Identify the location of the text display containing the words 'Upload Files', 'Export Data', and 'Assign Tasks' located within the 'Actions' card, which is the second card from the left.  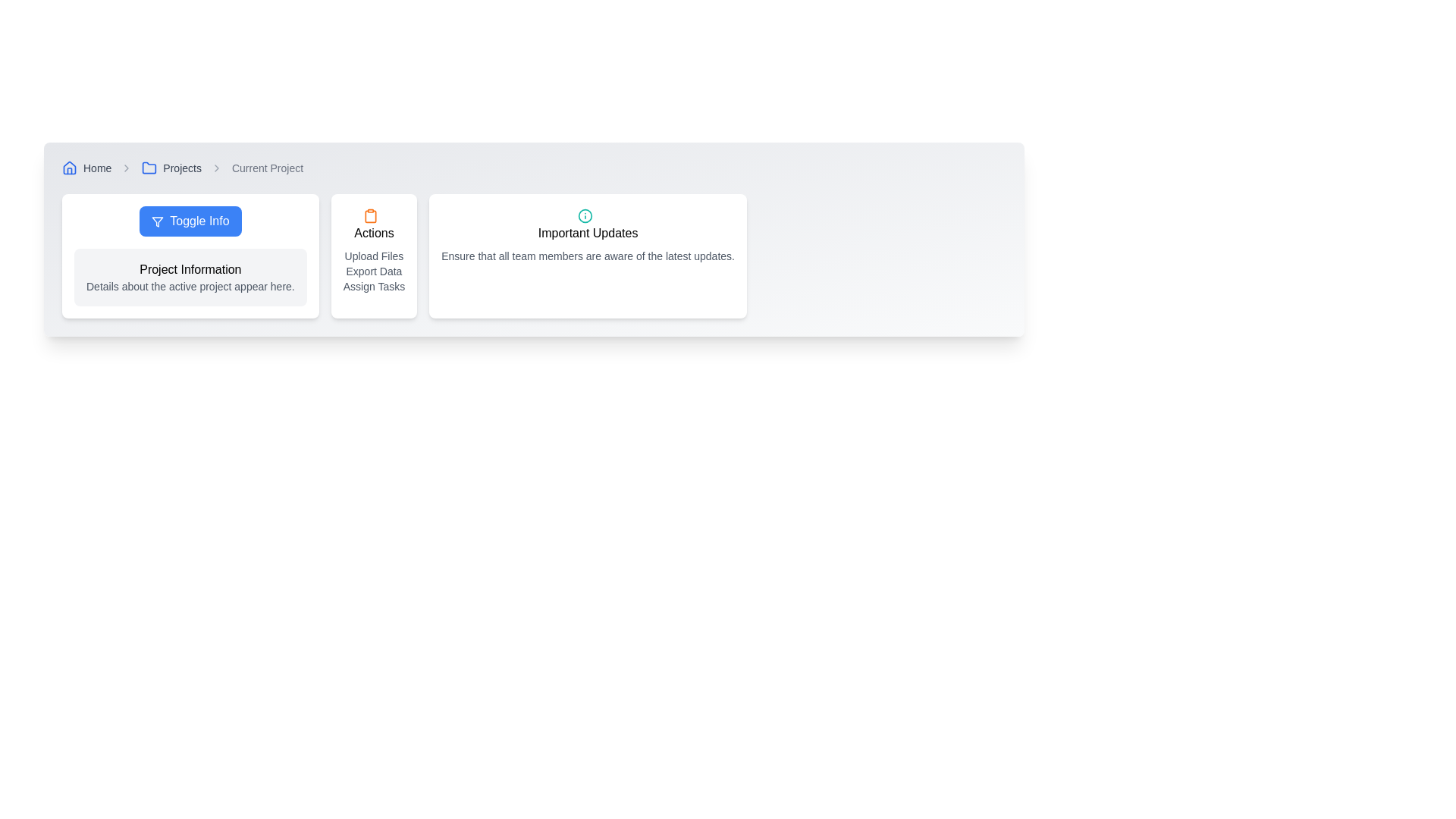
(374, 271).